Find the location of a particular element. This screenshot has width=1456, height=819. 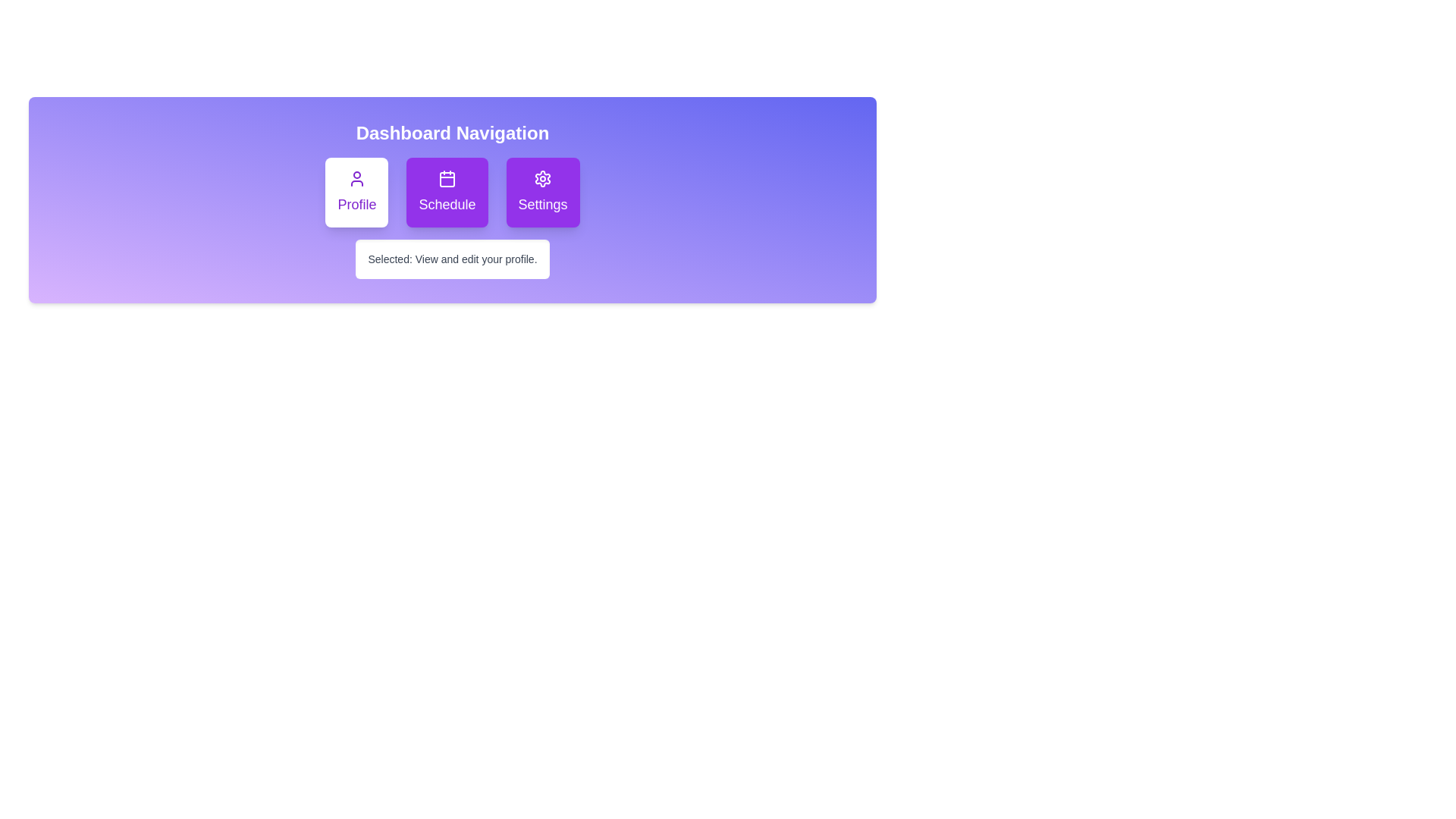

the 'Schedule' navigation button is located at coordinates (451, 192).